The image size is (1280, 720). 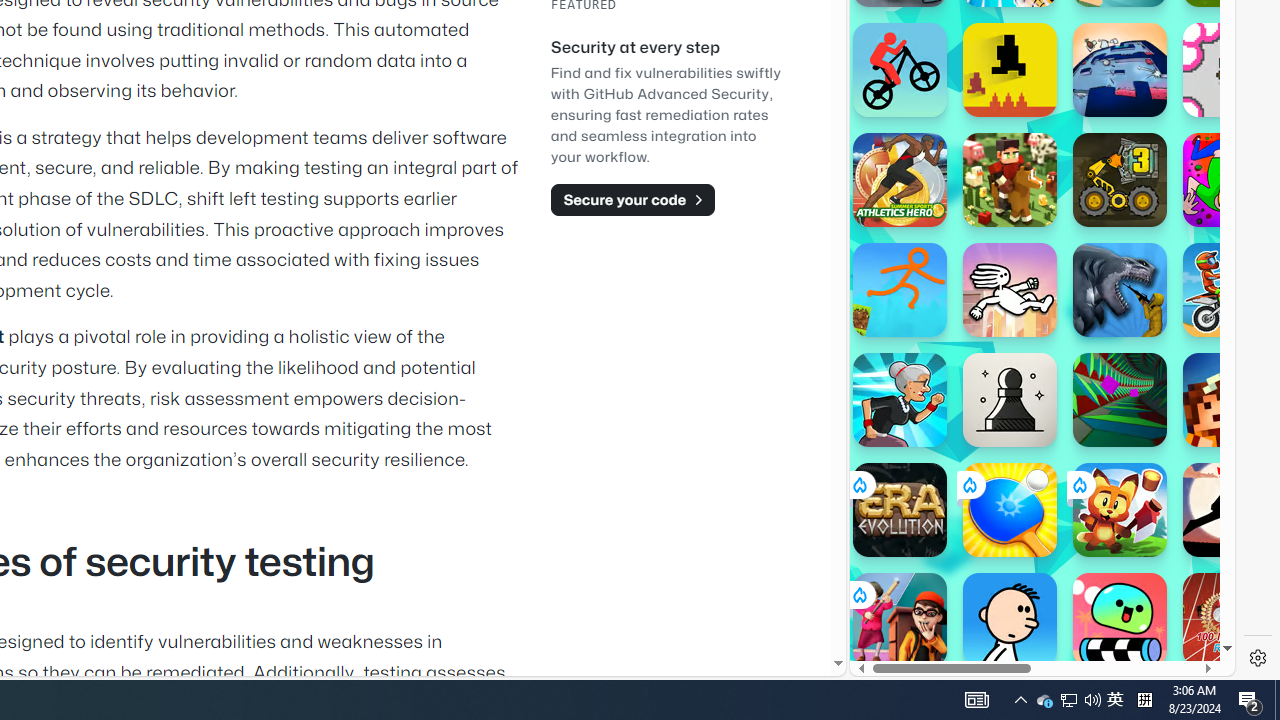 What do you see at coordinates (898, 68) in the screenshot?
I see `'Stickman Bike'` at bounding box center [898, 68].